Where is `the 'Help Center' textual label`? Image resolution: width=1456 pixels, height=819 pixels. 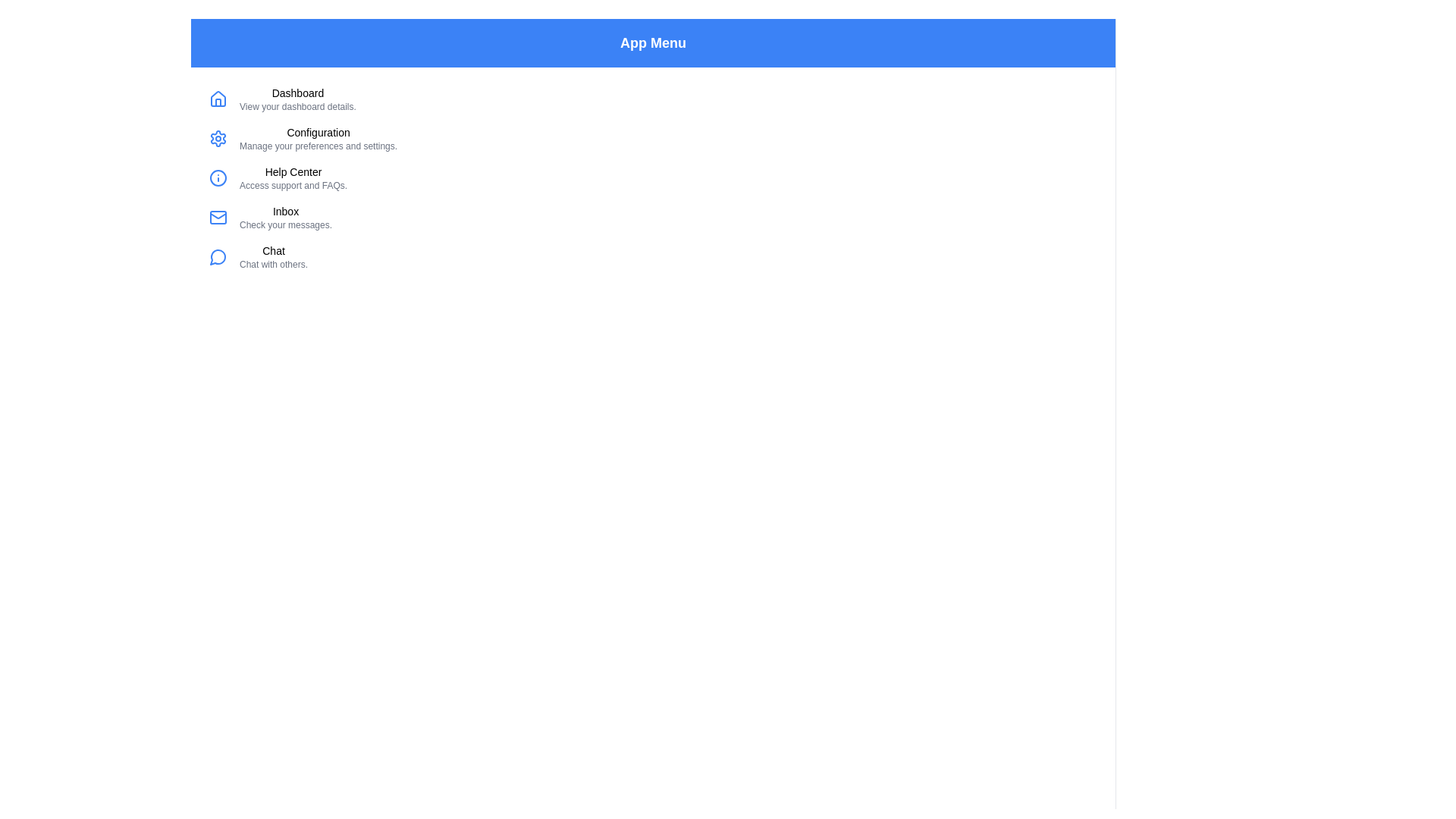
the 'Help Center' textual label is located at coordinates (293, 177).